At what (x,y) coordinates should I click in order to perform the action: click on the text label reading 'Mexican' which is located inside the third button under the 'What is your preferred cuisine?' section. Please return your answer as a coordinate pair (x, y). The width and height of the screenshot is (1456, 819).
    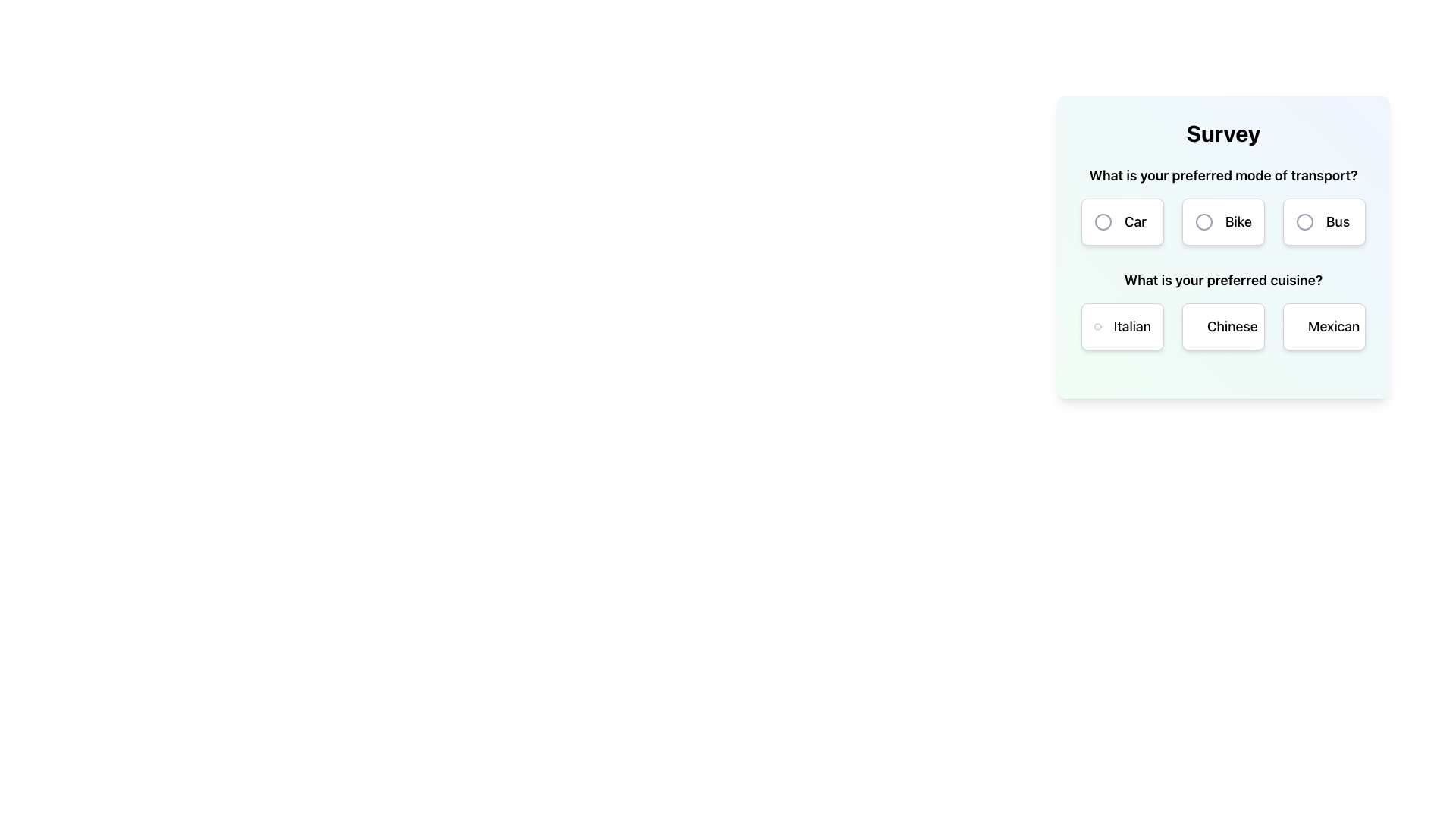
    Looking at the image, I should click on (1333, 326).